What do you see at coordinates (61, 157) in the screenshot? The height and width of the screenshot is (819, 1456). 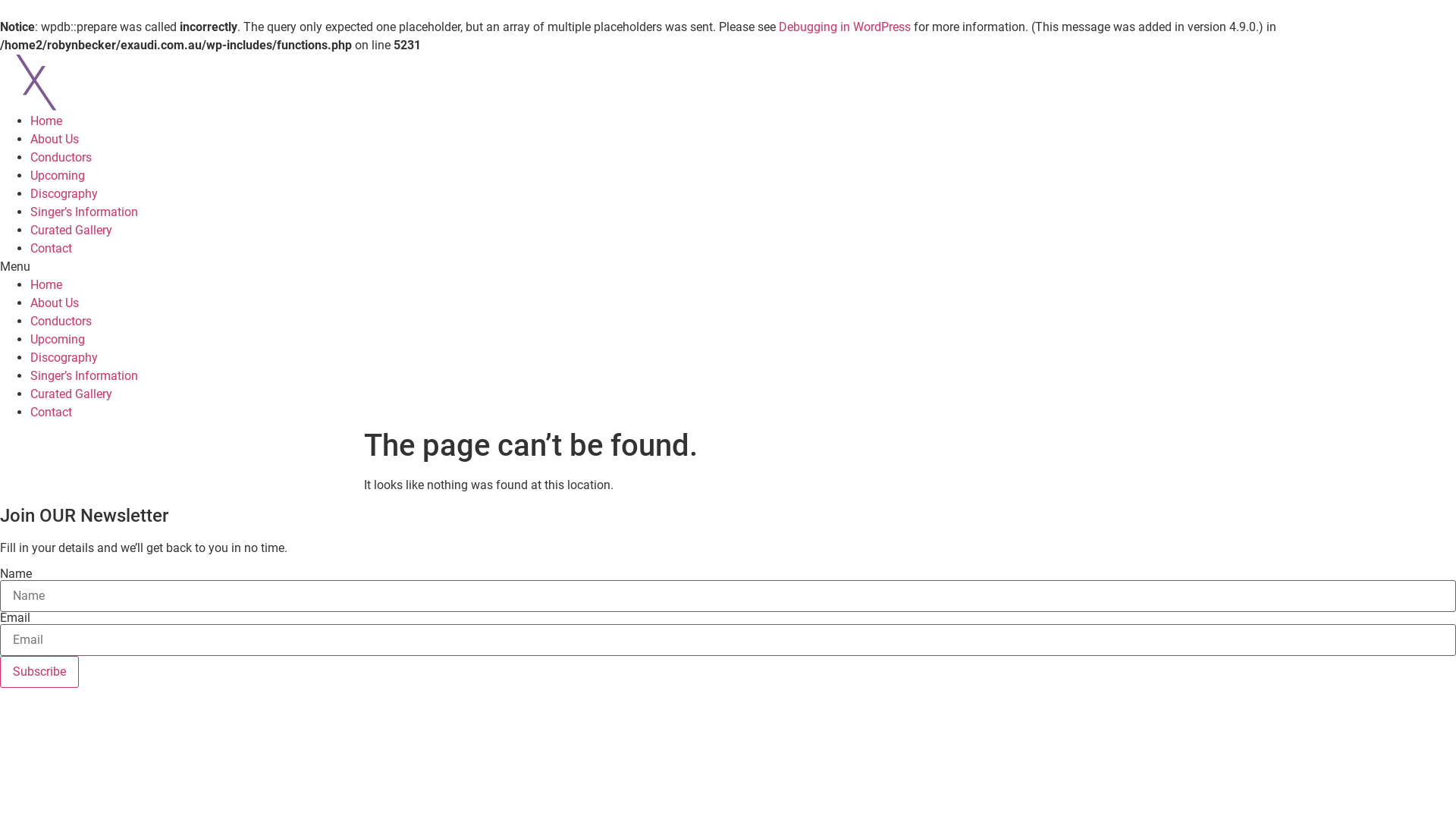 I see `'Conductors'` at bounding box center [61, 157].